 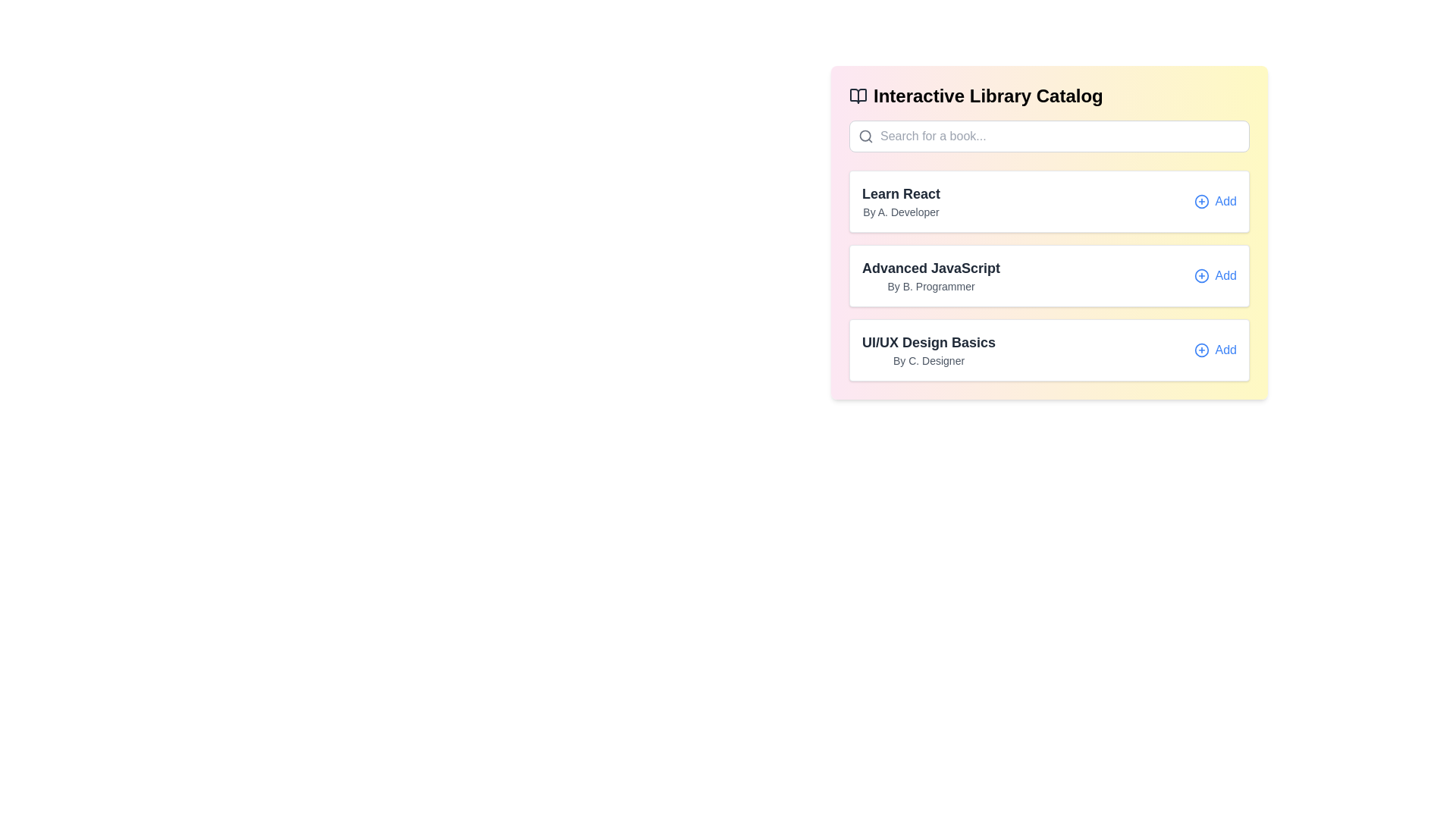 What do you see at coordinates (1200, 275) in the screenshot?
I see `the blue circular icon with a plus sign located to the right of the 'Advanced JavaScript' text label` at bounding box center [1200, 275].